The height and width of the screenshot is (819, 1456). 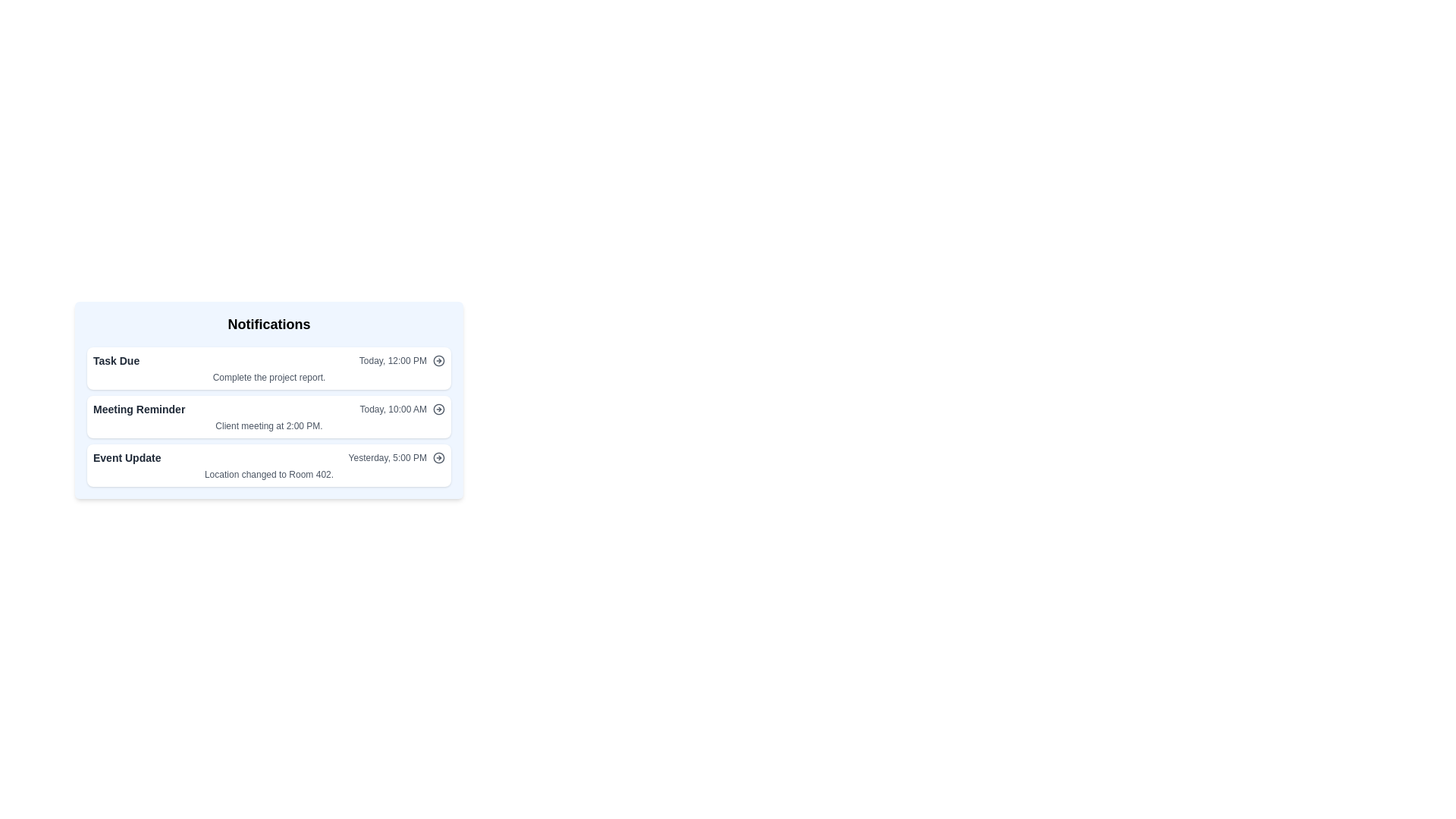 I want to click on the actionable icon located in the rightmost section of the third notification item labeled 'Event Update', so click(x=438, y=457).